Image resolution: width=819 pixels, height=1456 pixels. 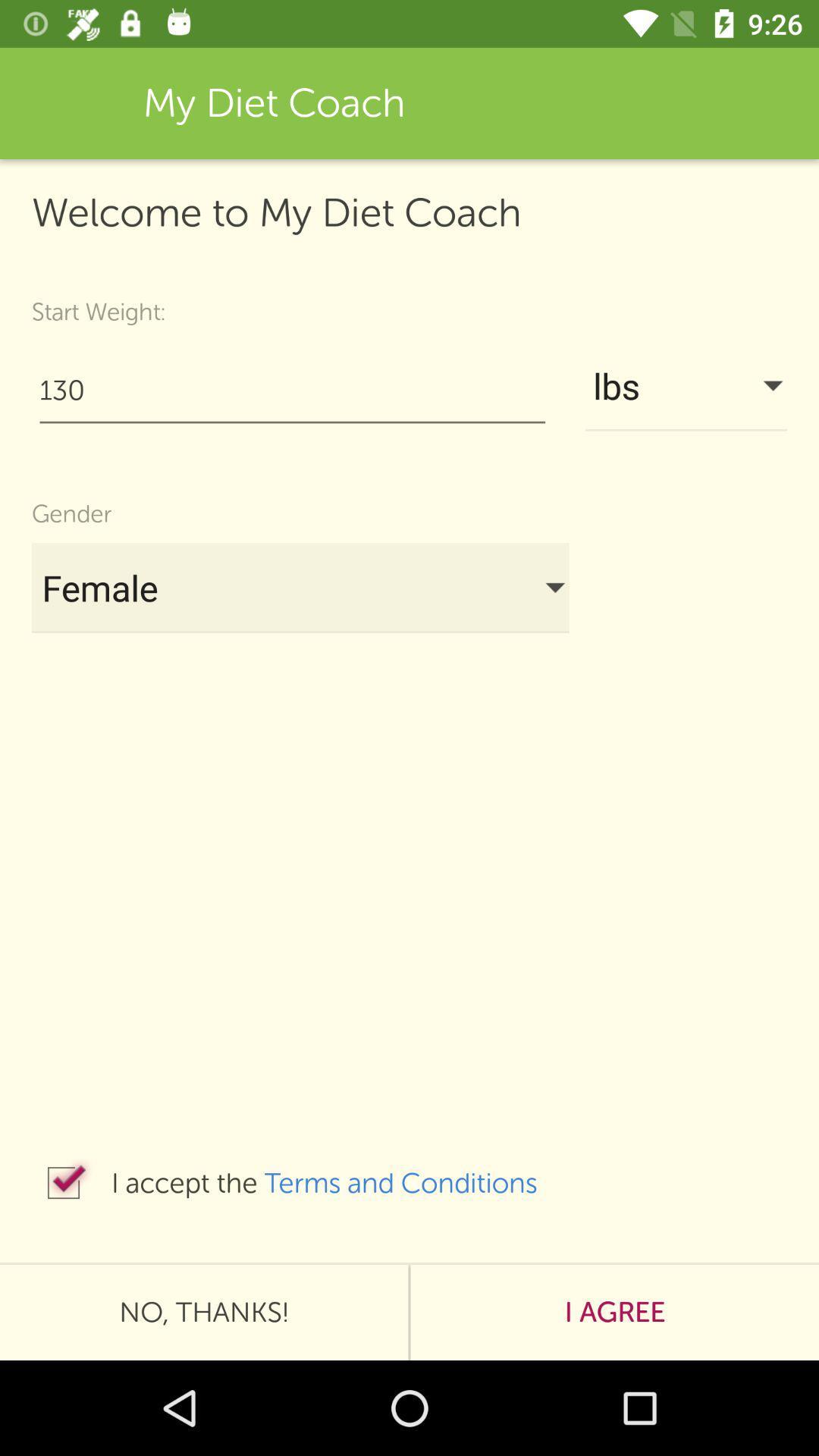 I want to click on item to the left of lbs, so click(x=292, y=390).